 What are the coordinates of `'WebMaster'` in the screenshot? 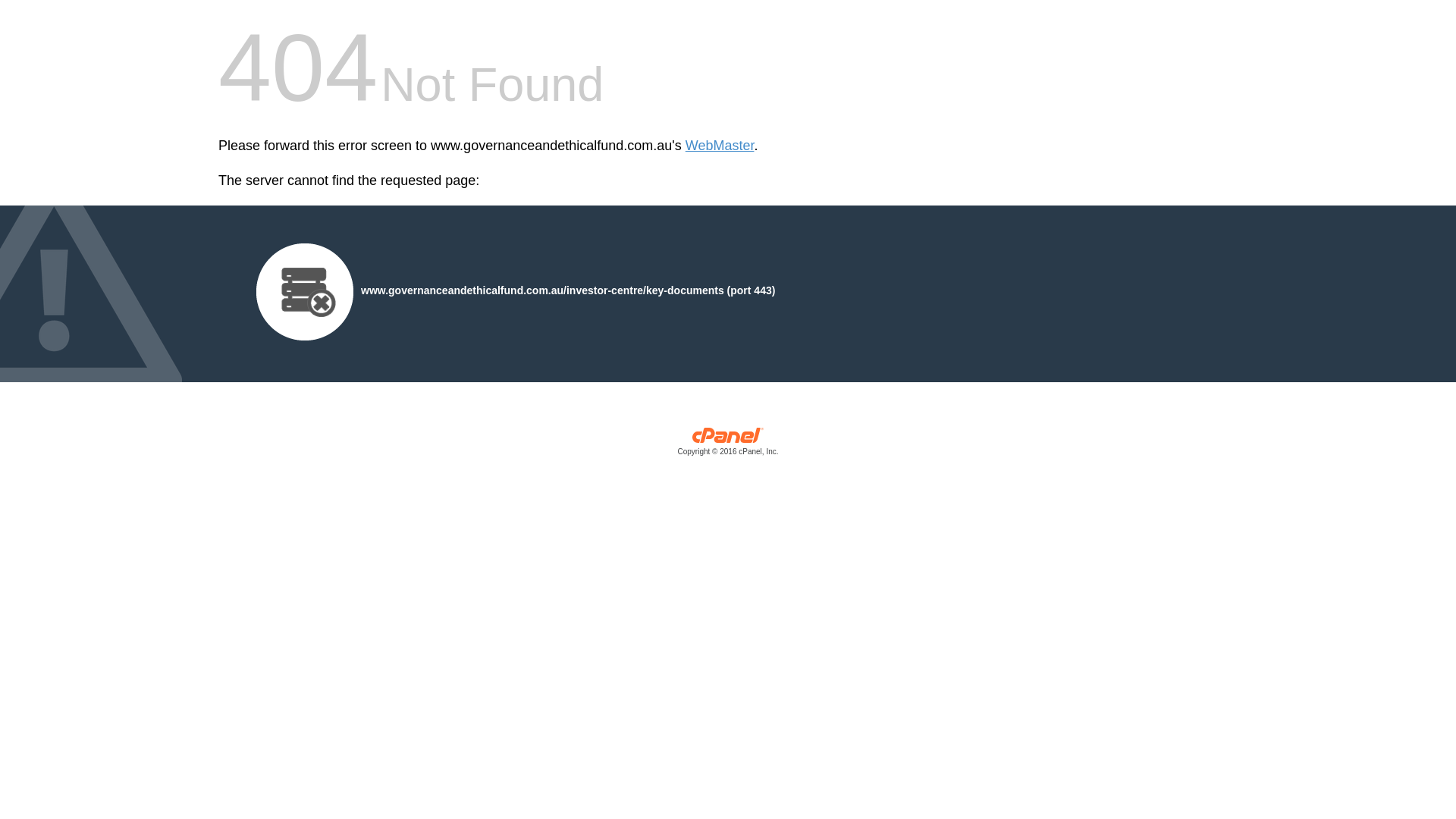 It's located at (719, 146).